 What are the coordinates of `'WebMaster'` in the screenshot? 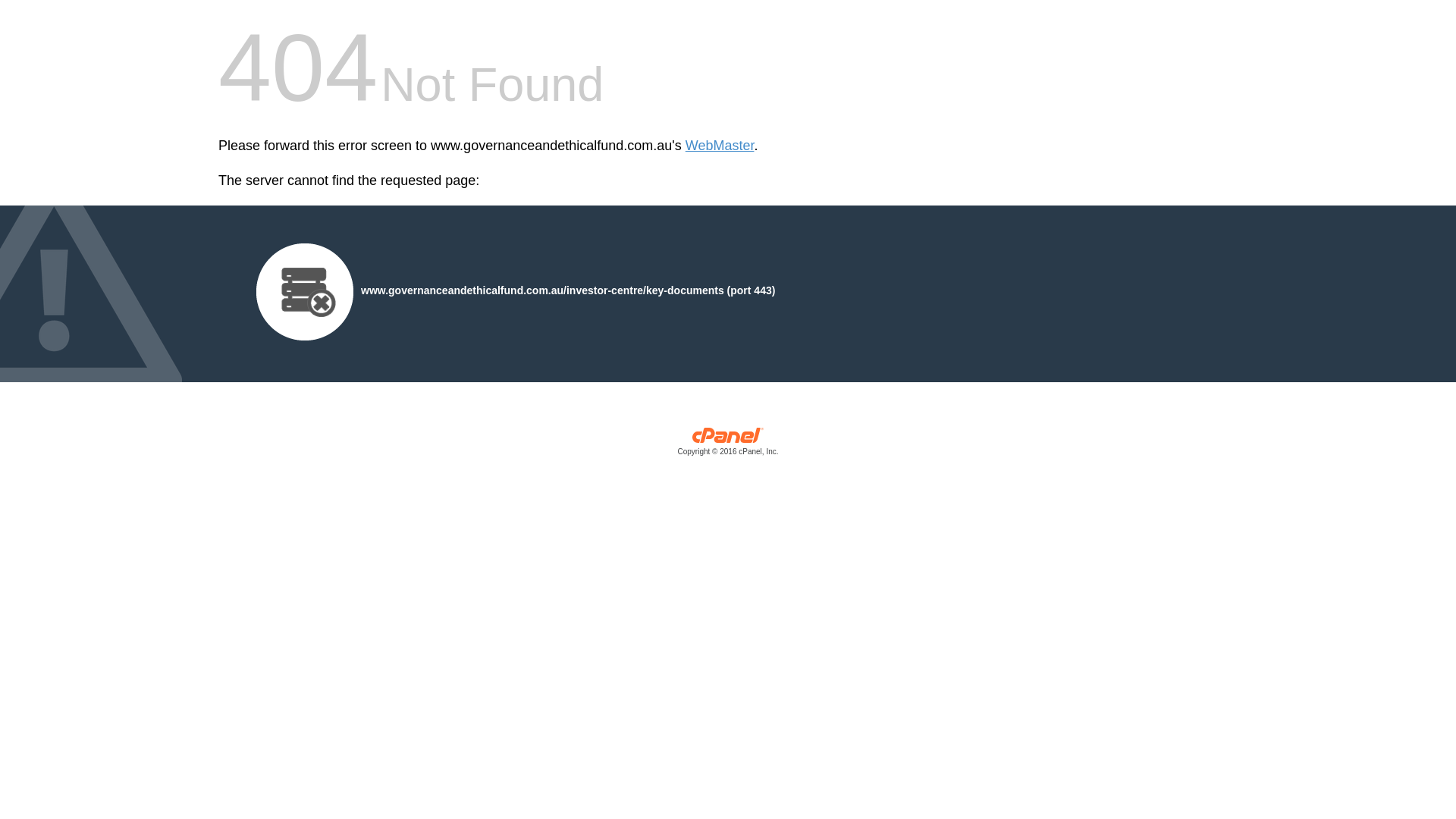 It's located at (719, 146).